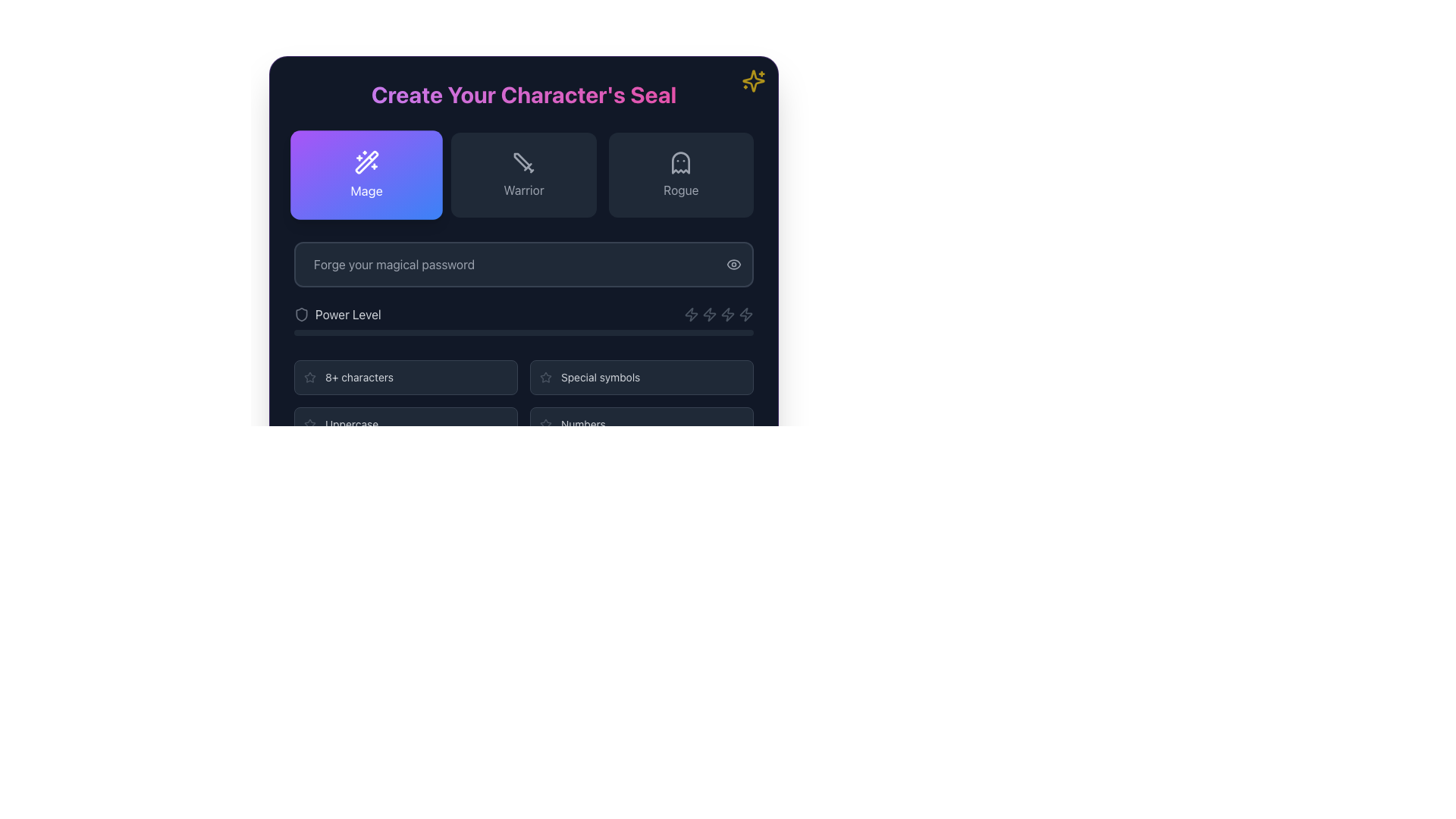 The height and width of the screenshot is (819, 1456). I want to click on the progress bar, so click(587, 332).